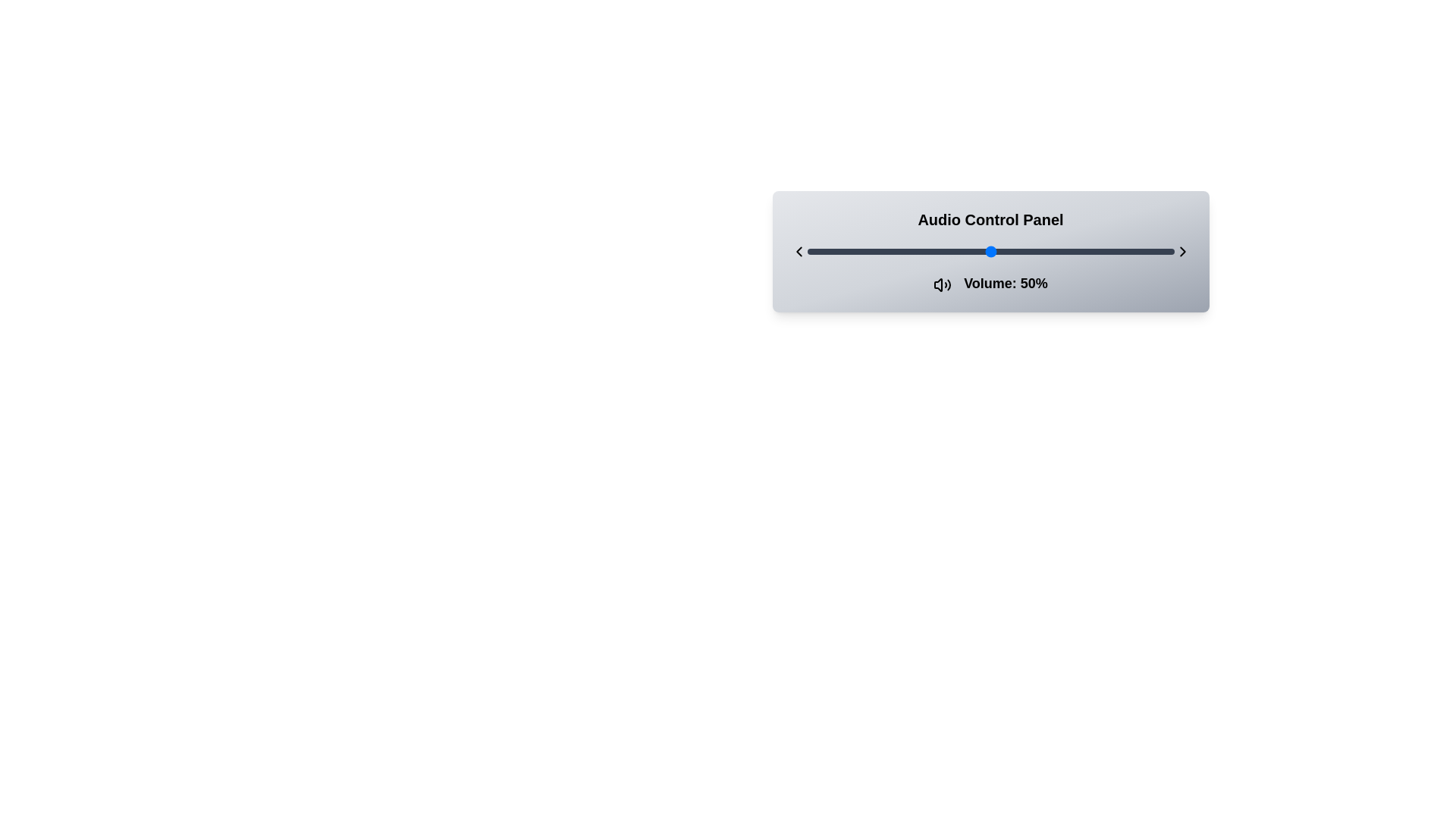  Describe the element at coordinates (869, 250) in the screenshot. I see `the slider` at that location.